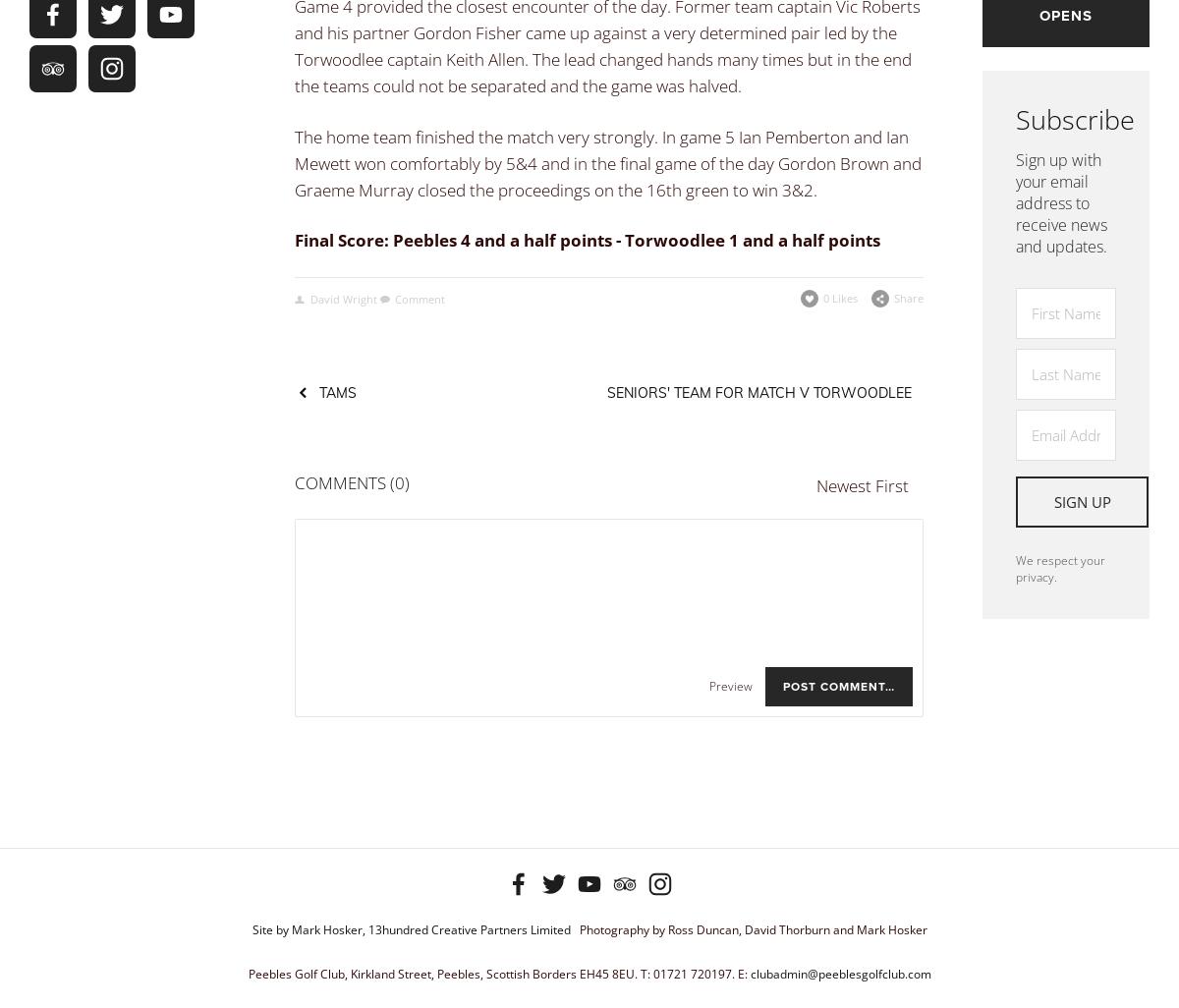  What do you see at coordinates (839, 973) in the screenshot?
I see `'clubadmin@peeblesgolfclub.com'` at bounding box center [839, 973].